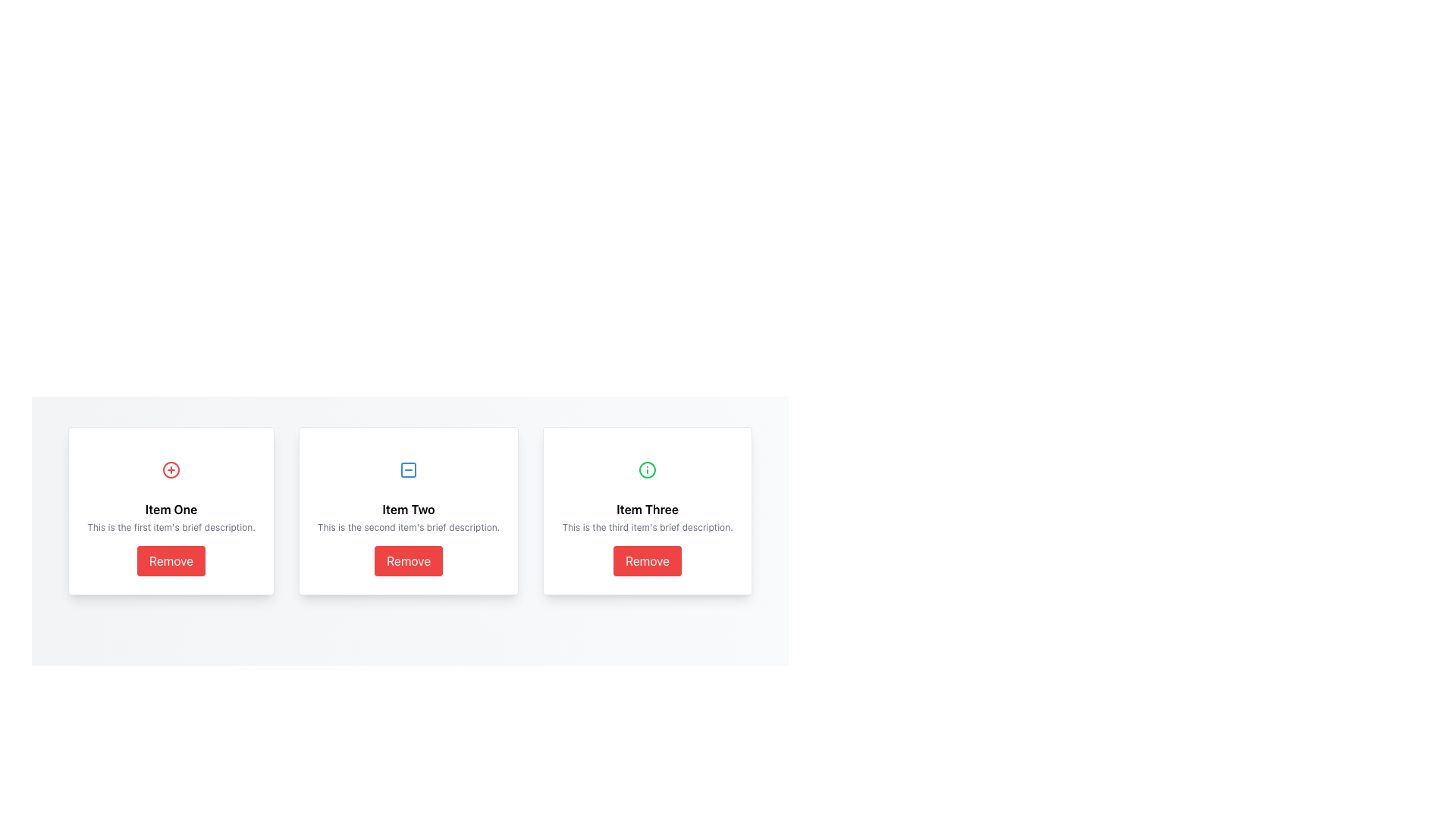 The height and width of the screenshot is (819, 1456). I want to click on the label displaying 'Item Three', which is bold and styled as a header within its card, so click(648, 509).